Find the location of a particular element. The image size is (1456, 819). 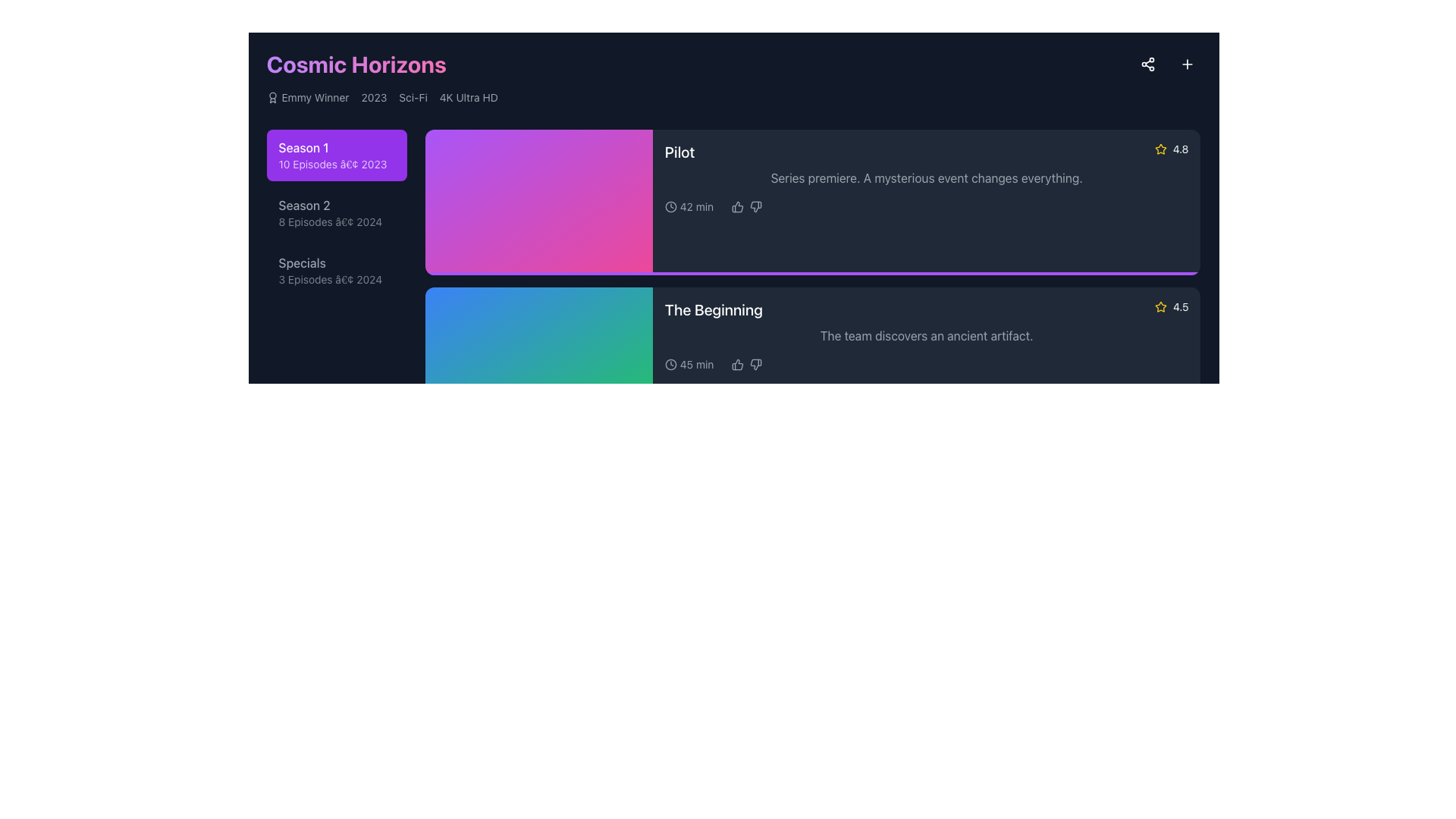

the badge icon representing the 'Emmy Winner' achievement, located at the top section of the interface, adjacent to the text 'Emmy Winner' is located at coordinates (272, 97).